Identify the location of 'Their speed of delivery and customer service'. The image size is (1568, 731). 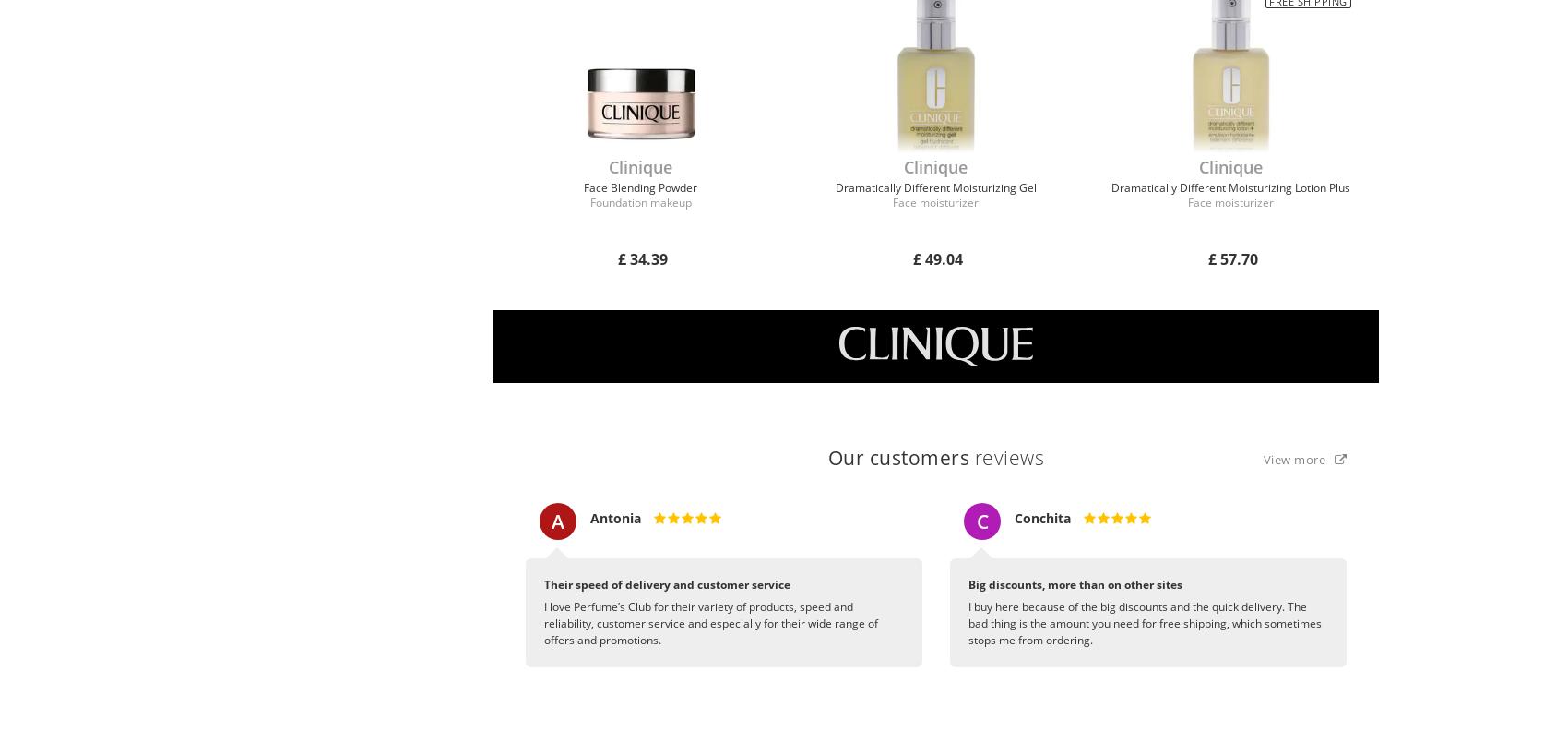
(543, 583).